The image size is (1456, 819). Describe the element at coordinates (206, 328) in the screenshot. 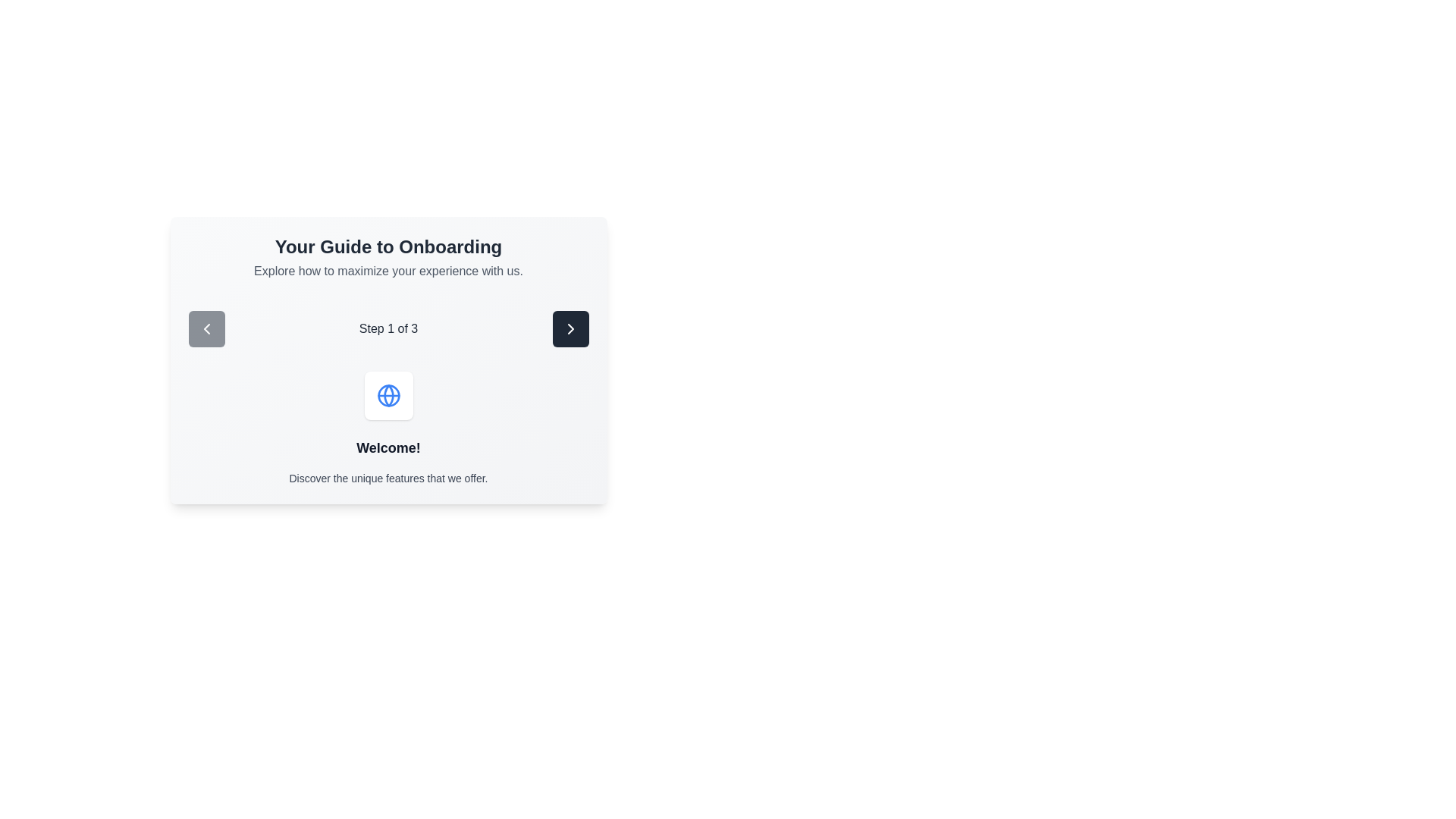

I see `the leftward arrow within the gray circular button` at that location.